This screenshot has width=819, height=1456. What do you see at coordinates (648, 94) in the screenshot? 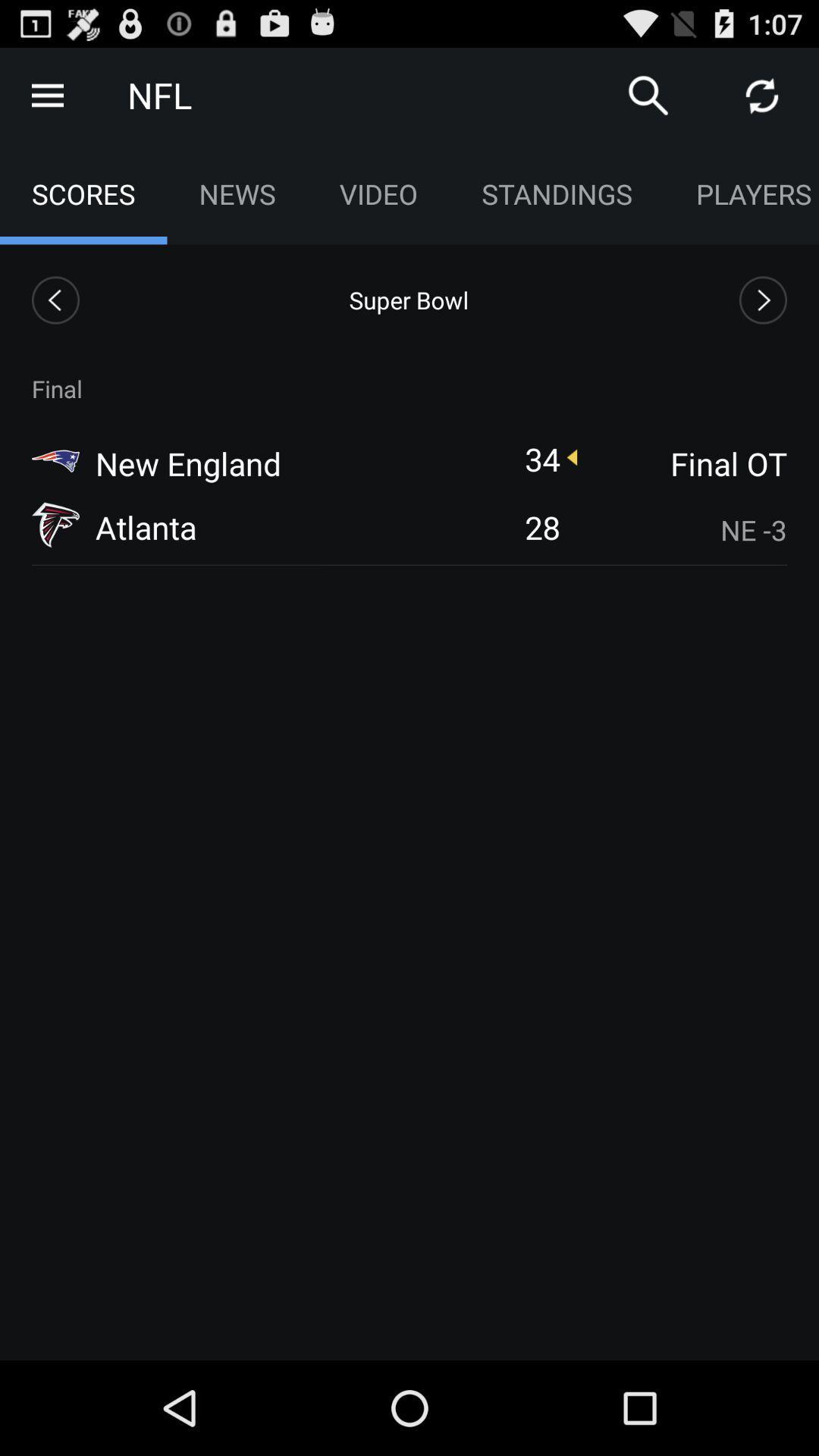
I see `search` at bounding box center [648, 94].